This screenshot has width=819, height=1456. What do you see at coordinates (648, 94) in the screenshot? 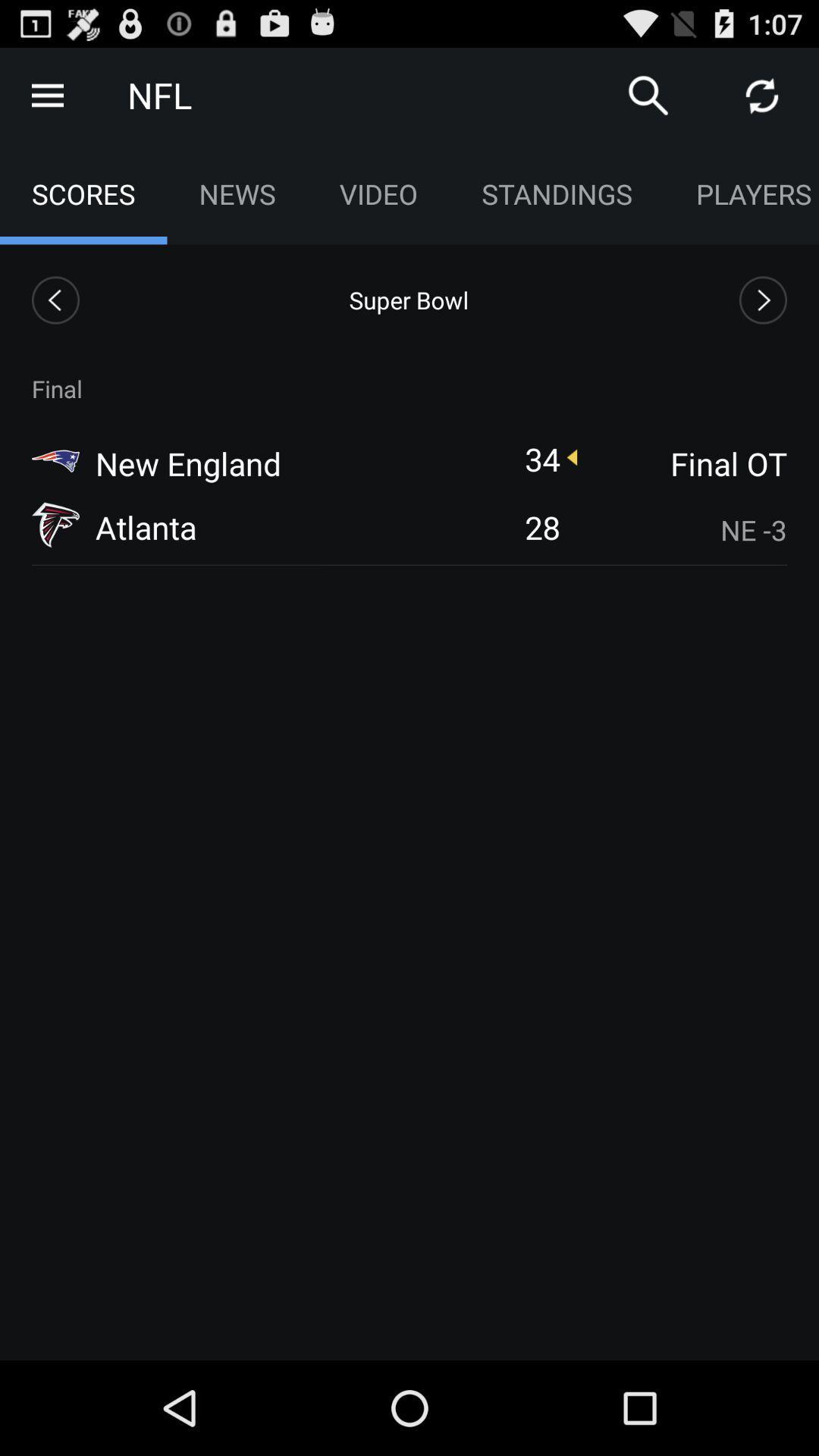
I see `search` at bounding box center [648, 94].